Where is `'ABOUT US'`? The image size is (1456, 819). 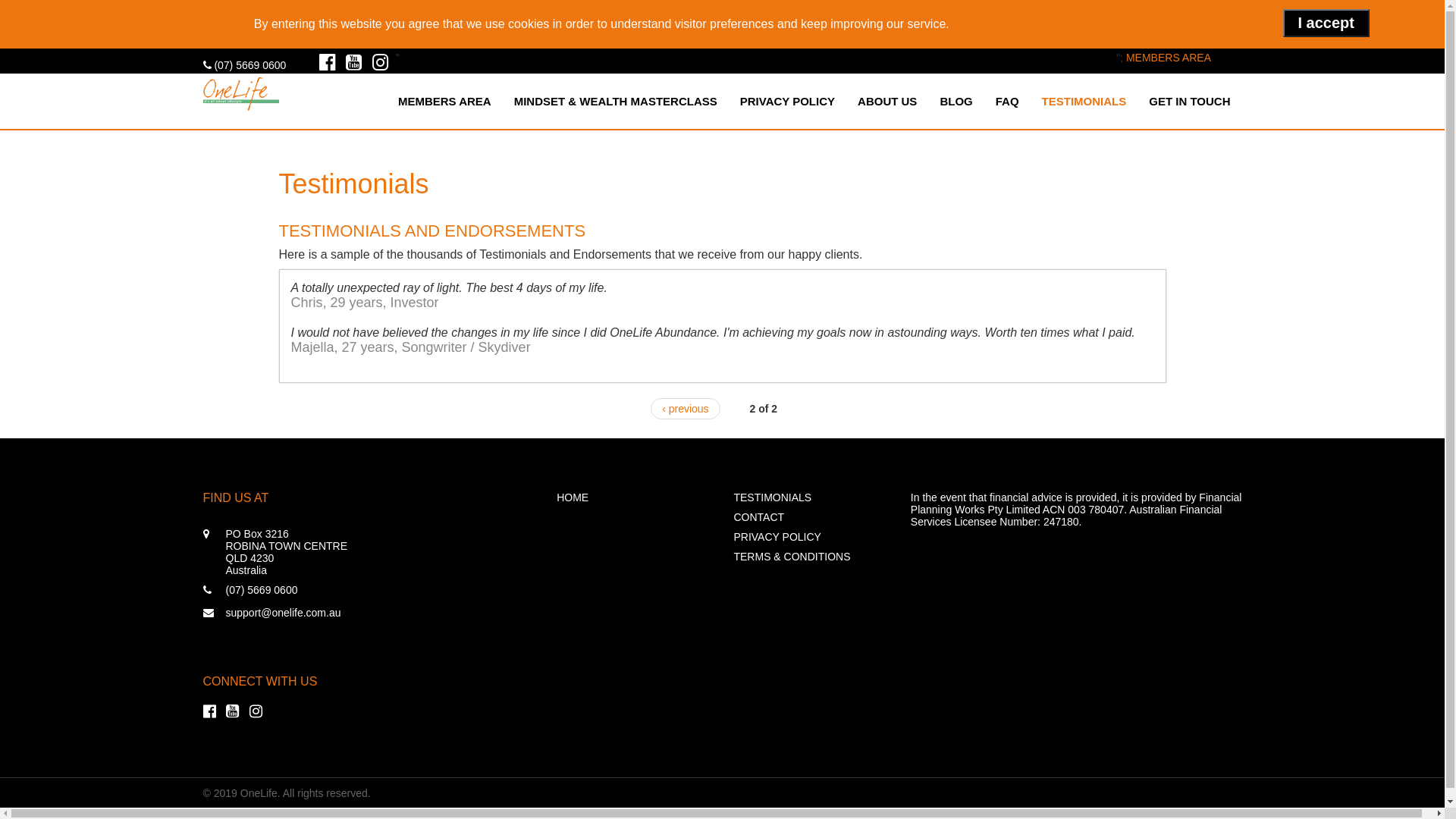
'ABOUT US' is located at coordinates (887, 101).